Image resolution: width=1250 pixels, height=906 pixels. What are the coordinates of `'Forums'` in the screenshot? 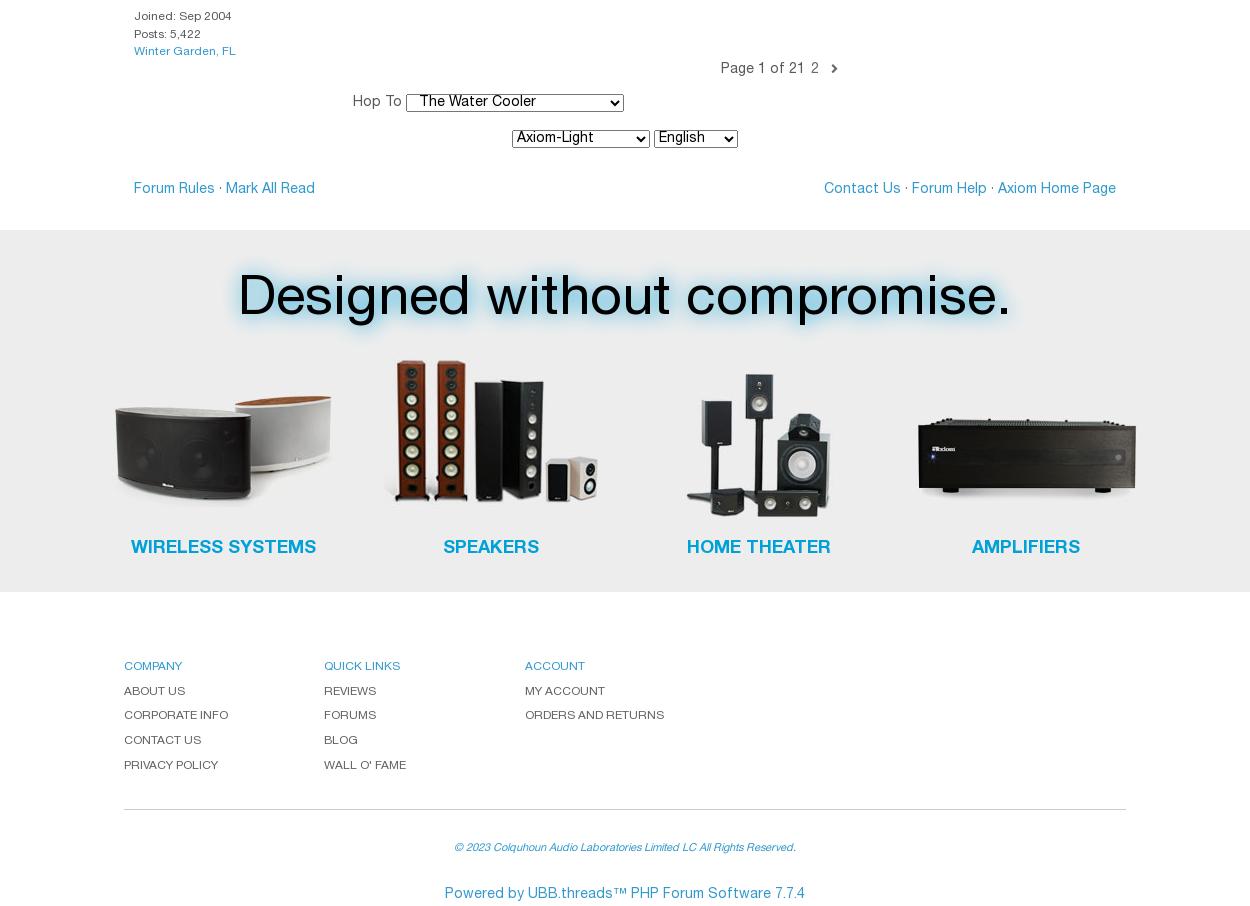 It's located at (349, 716).